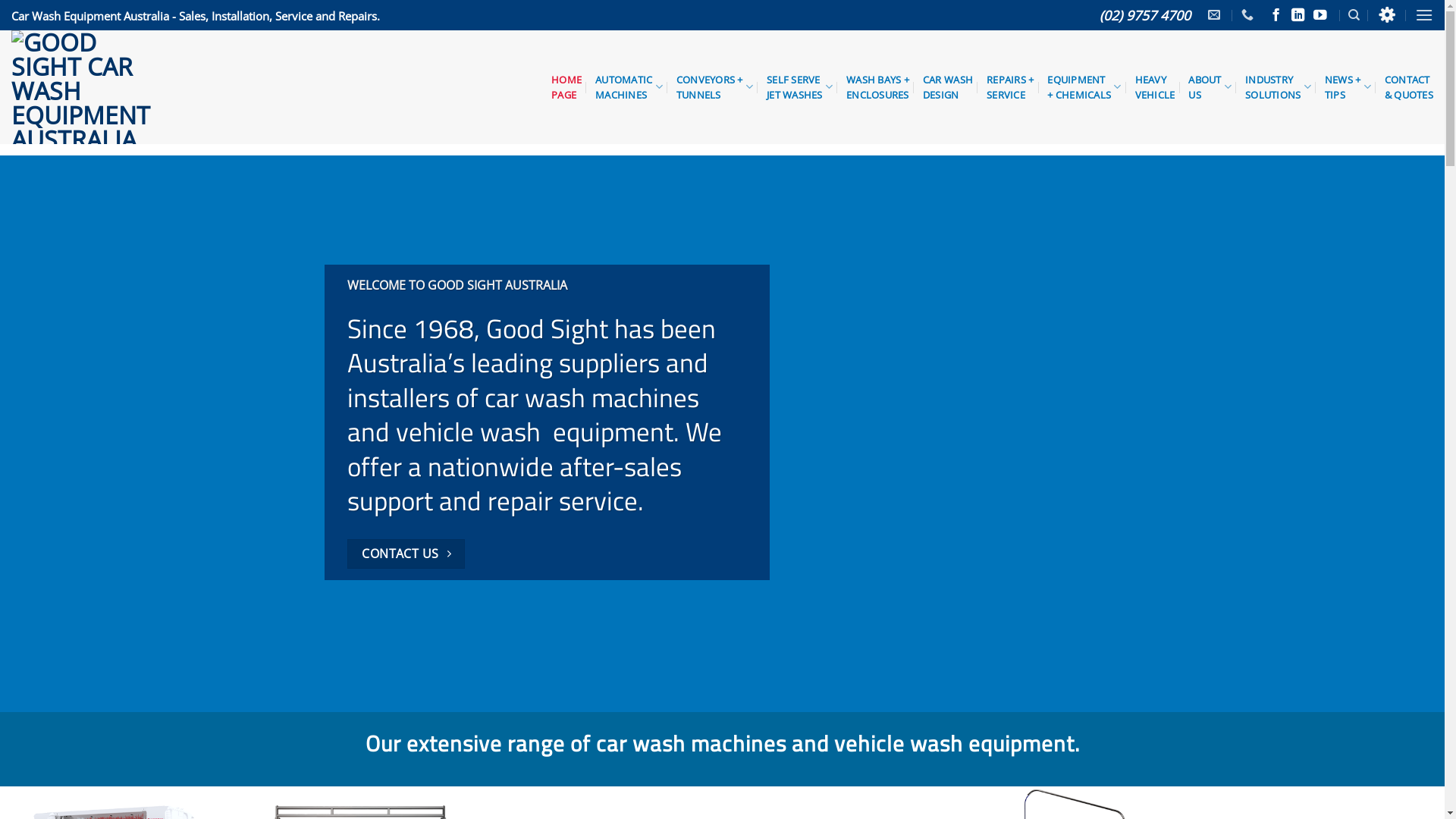 The height and width of the screenshot is (819, 1456). I want to click on 'WASH BAYS +, so click(877, 87).